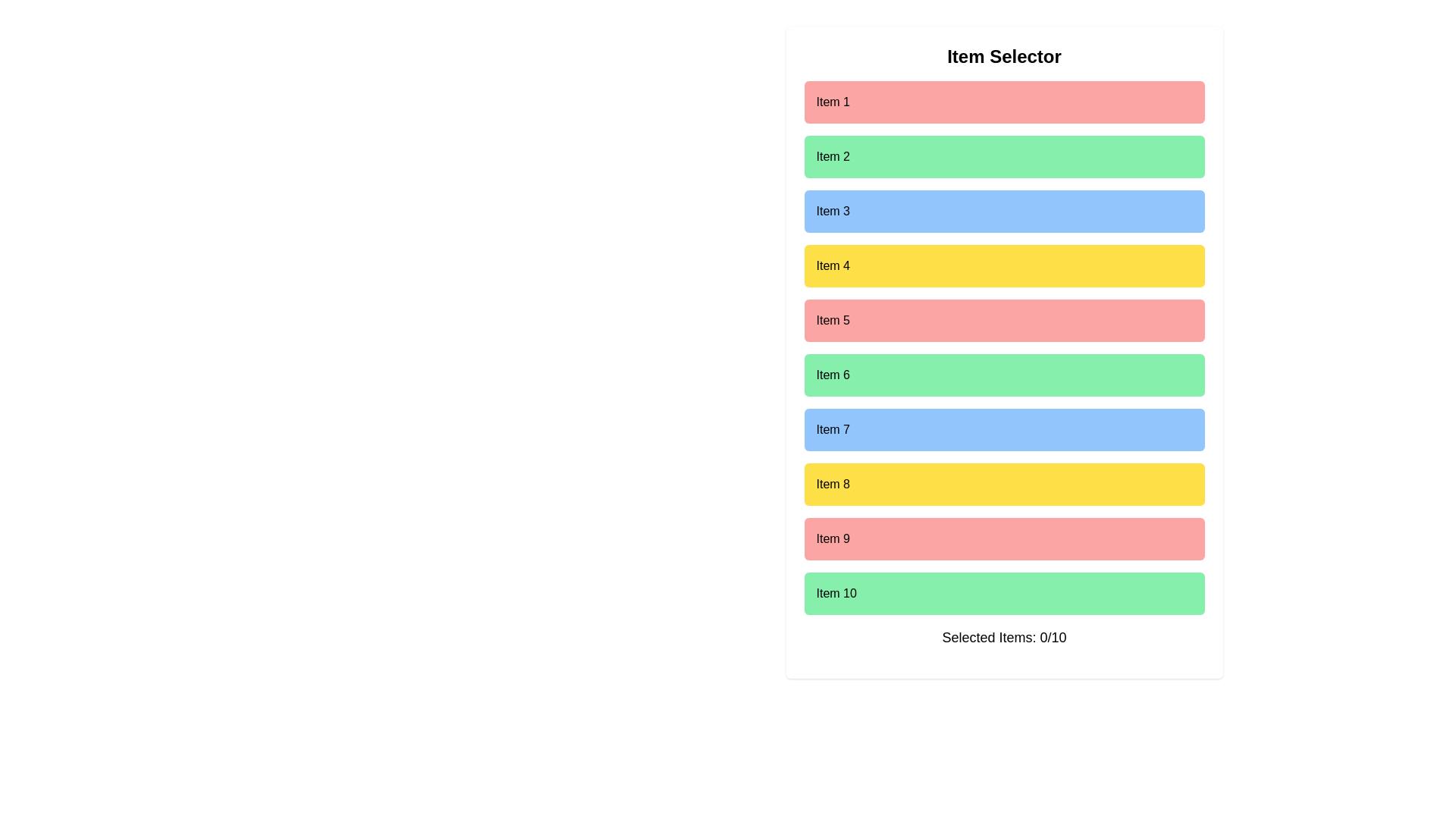 The height and width of the screenshot is (819, 1456). I want to click on the Text Label displaying 'Selected Items: 0/10' located at the bottom of the card titled 'Item Selector', so click(1004, 637).